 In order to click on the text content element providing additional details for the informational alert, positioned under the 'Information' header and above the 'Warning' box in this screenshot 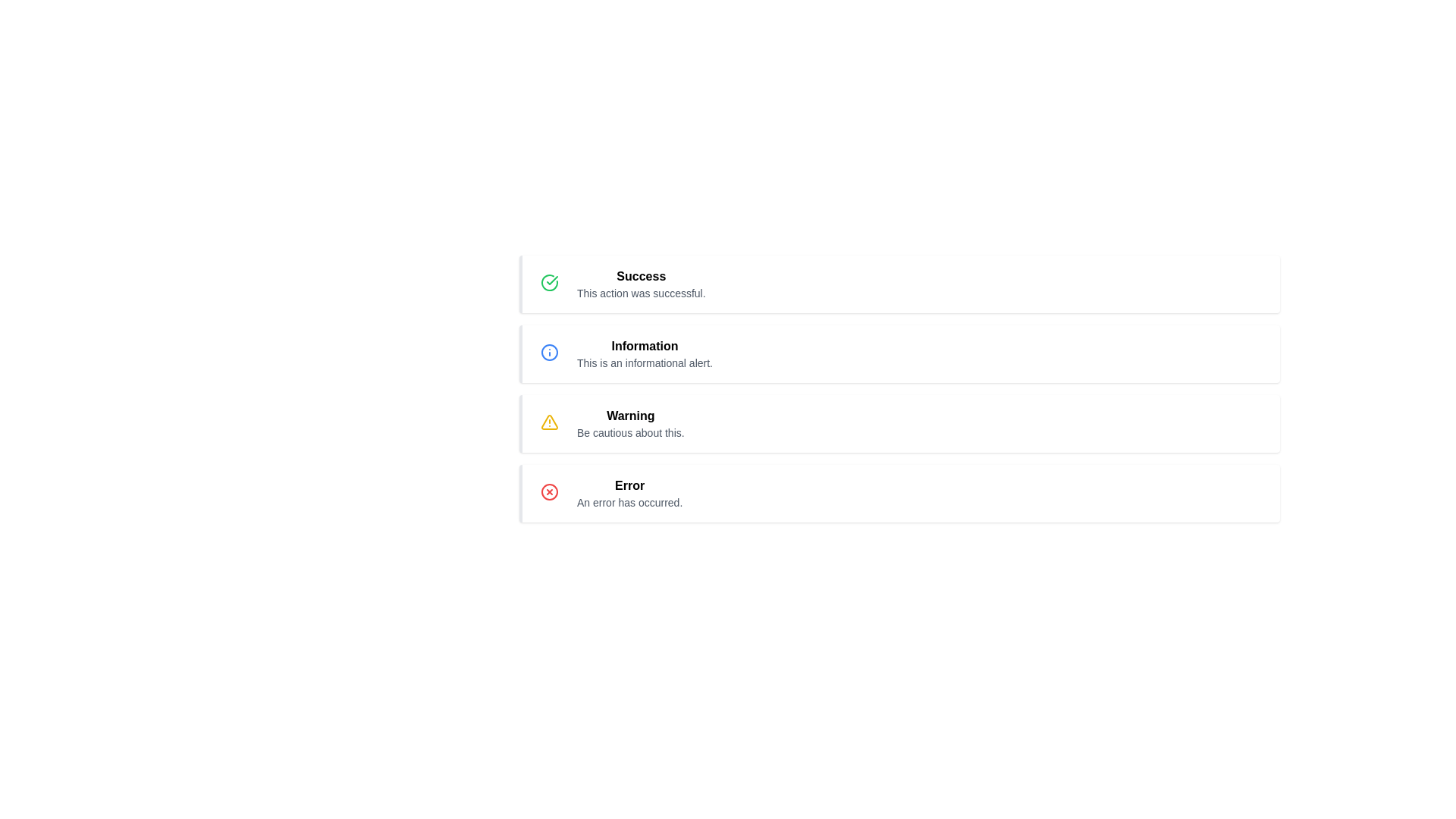, I will do `click(645, 353)`.